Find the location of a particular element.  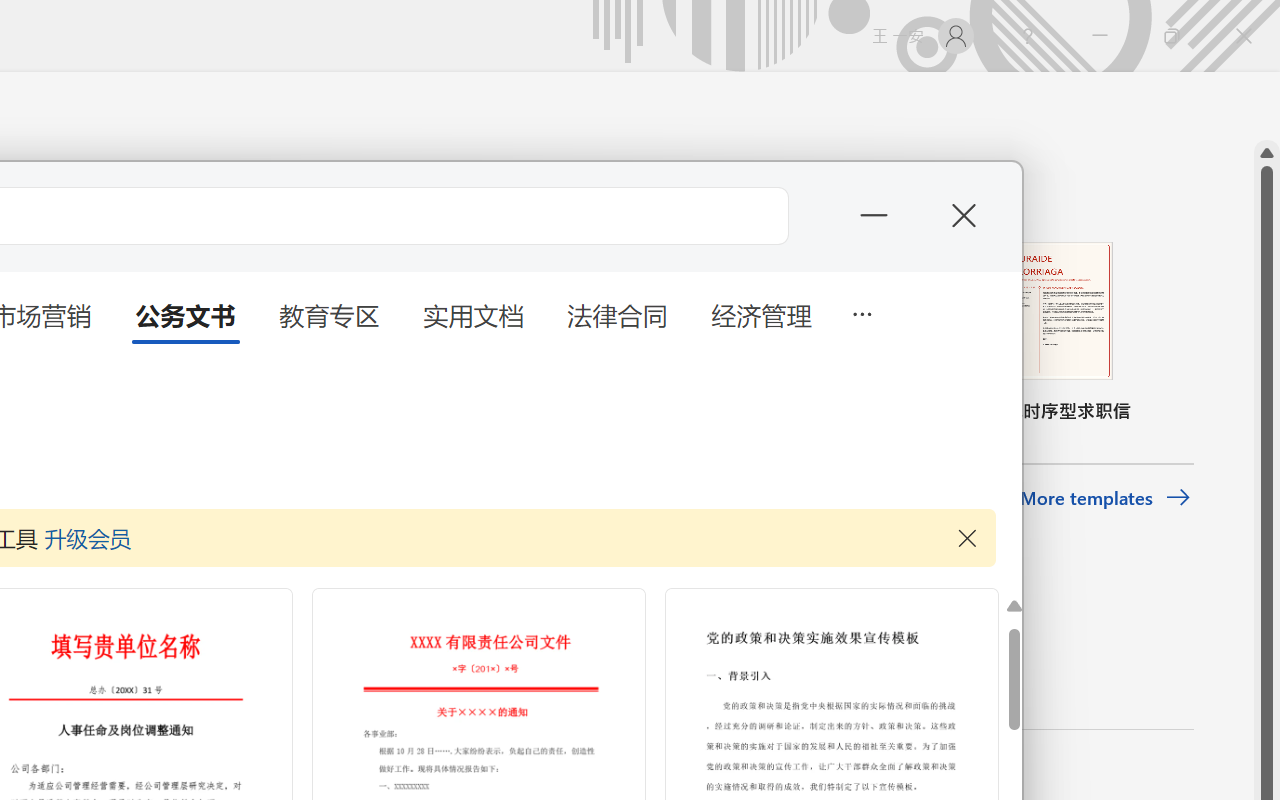

'5 more tabs' is located at coordinates (861, 311).